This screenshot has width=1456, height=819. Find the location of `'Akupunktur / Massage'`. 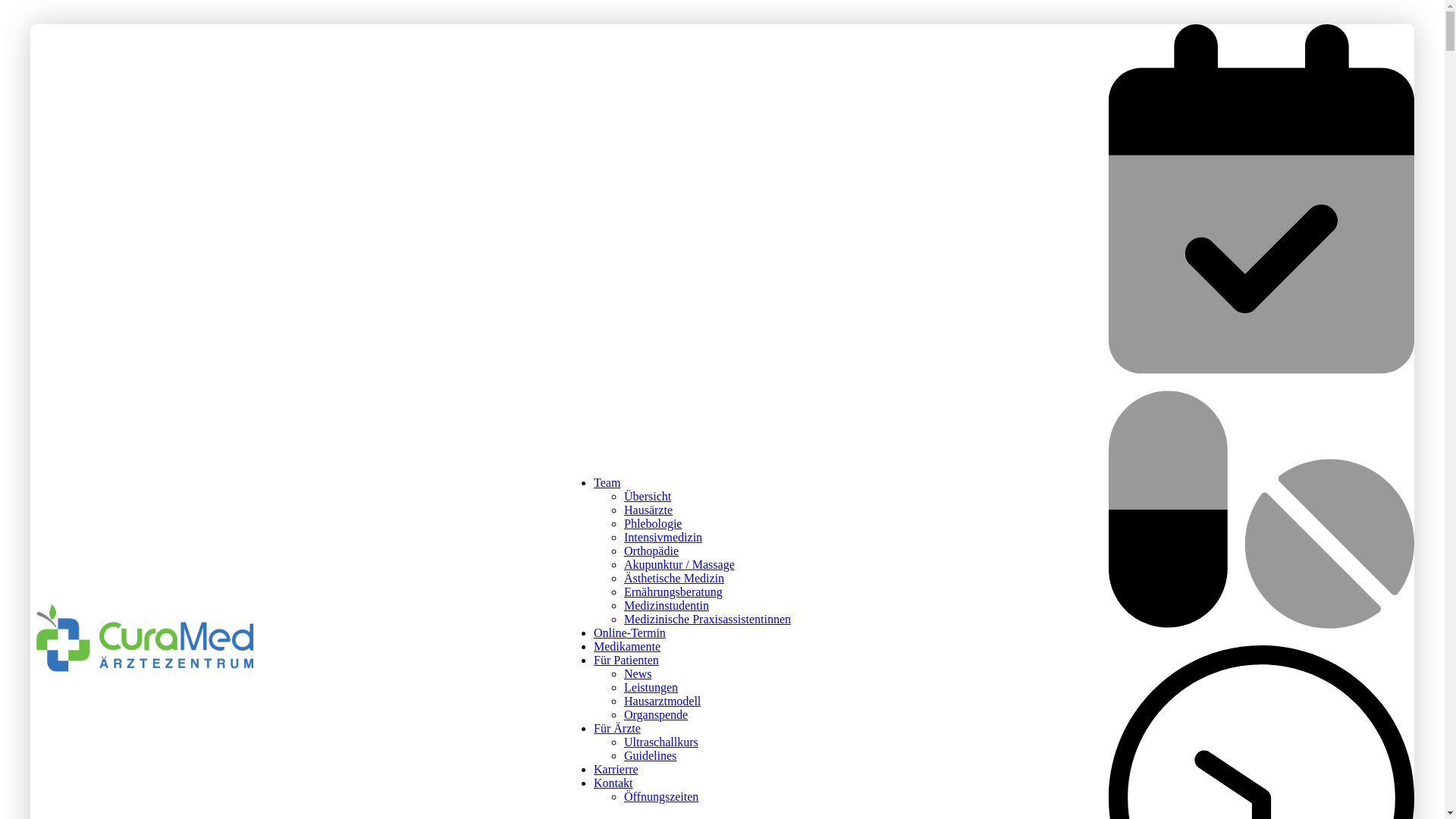

'Akupunktur / Massage' is located at coordinates (679, 564).